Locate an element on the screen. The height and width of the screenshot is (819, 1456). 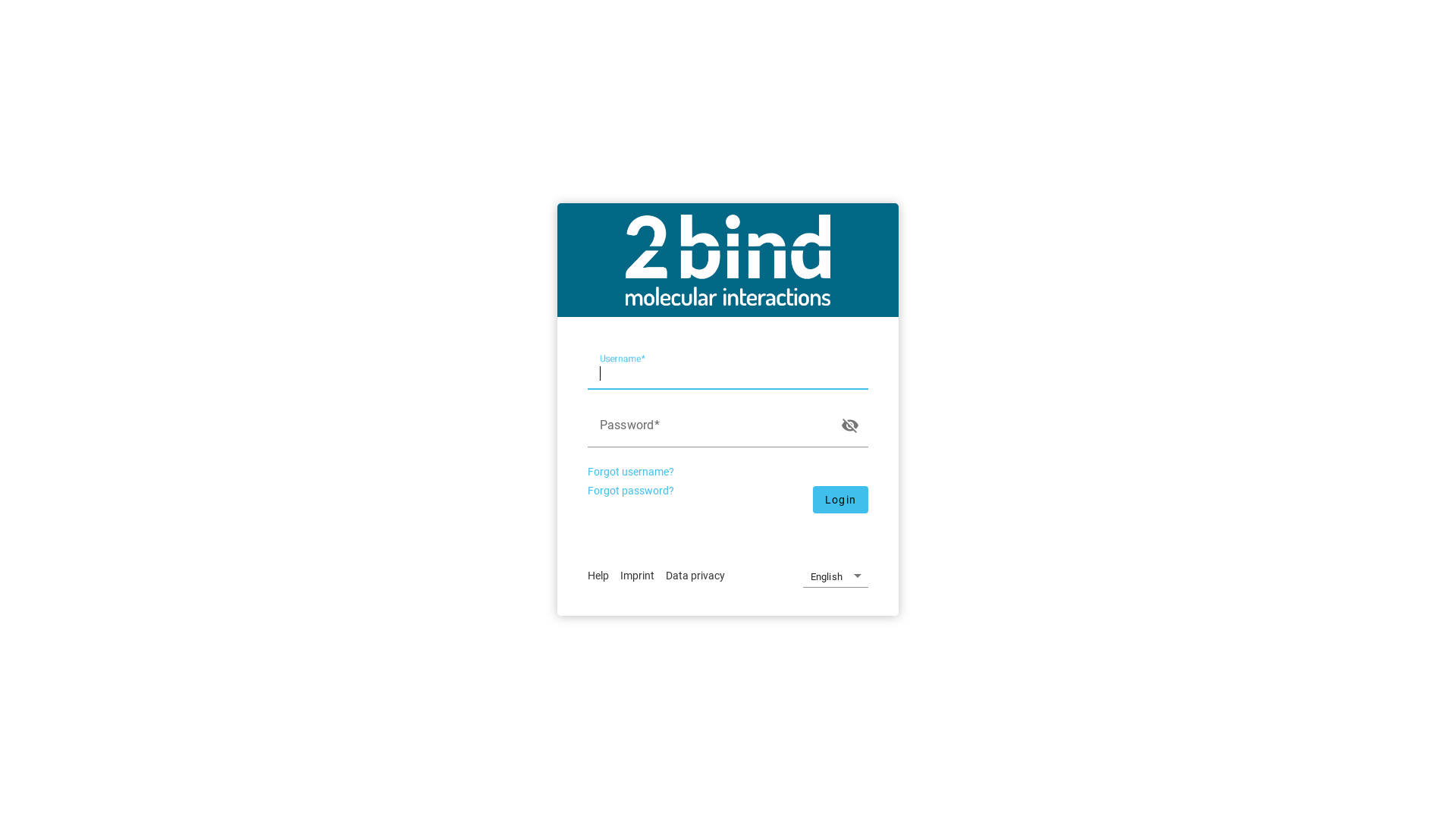
'Help' is located at coordinates (601, 576).